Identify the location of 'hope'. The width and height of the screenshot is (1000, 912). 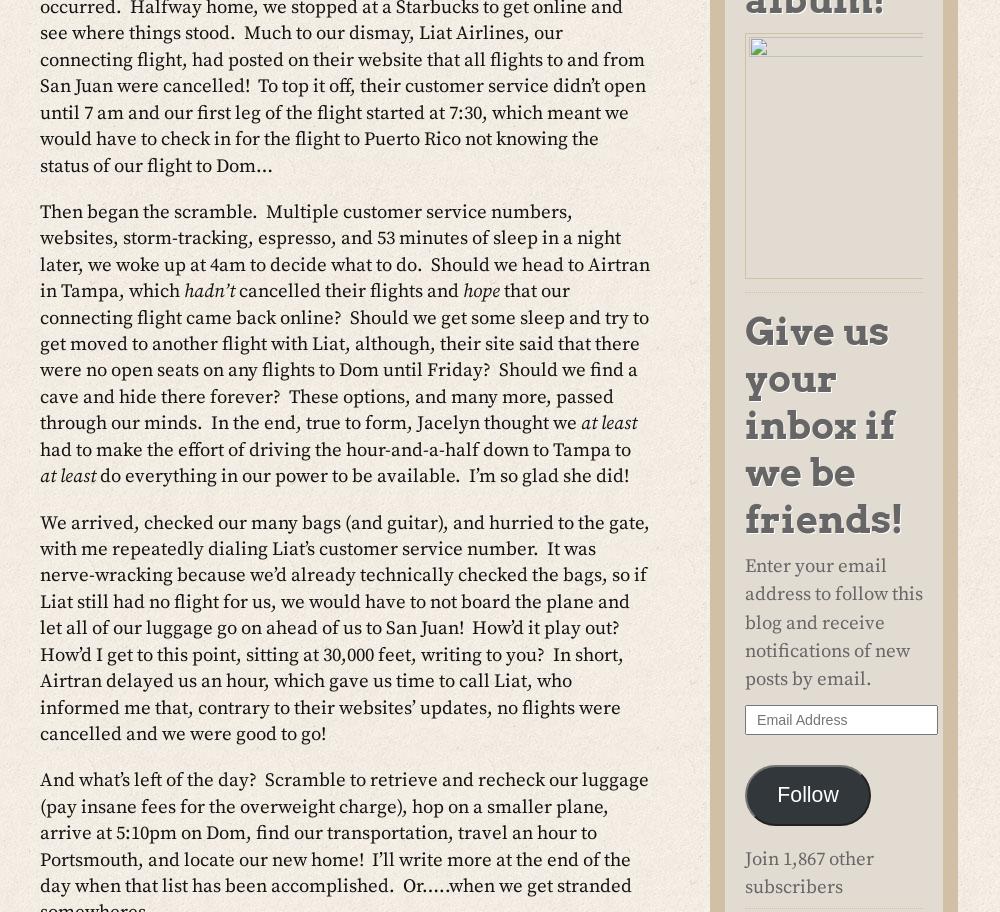
(480, 290).